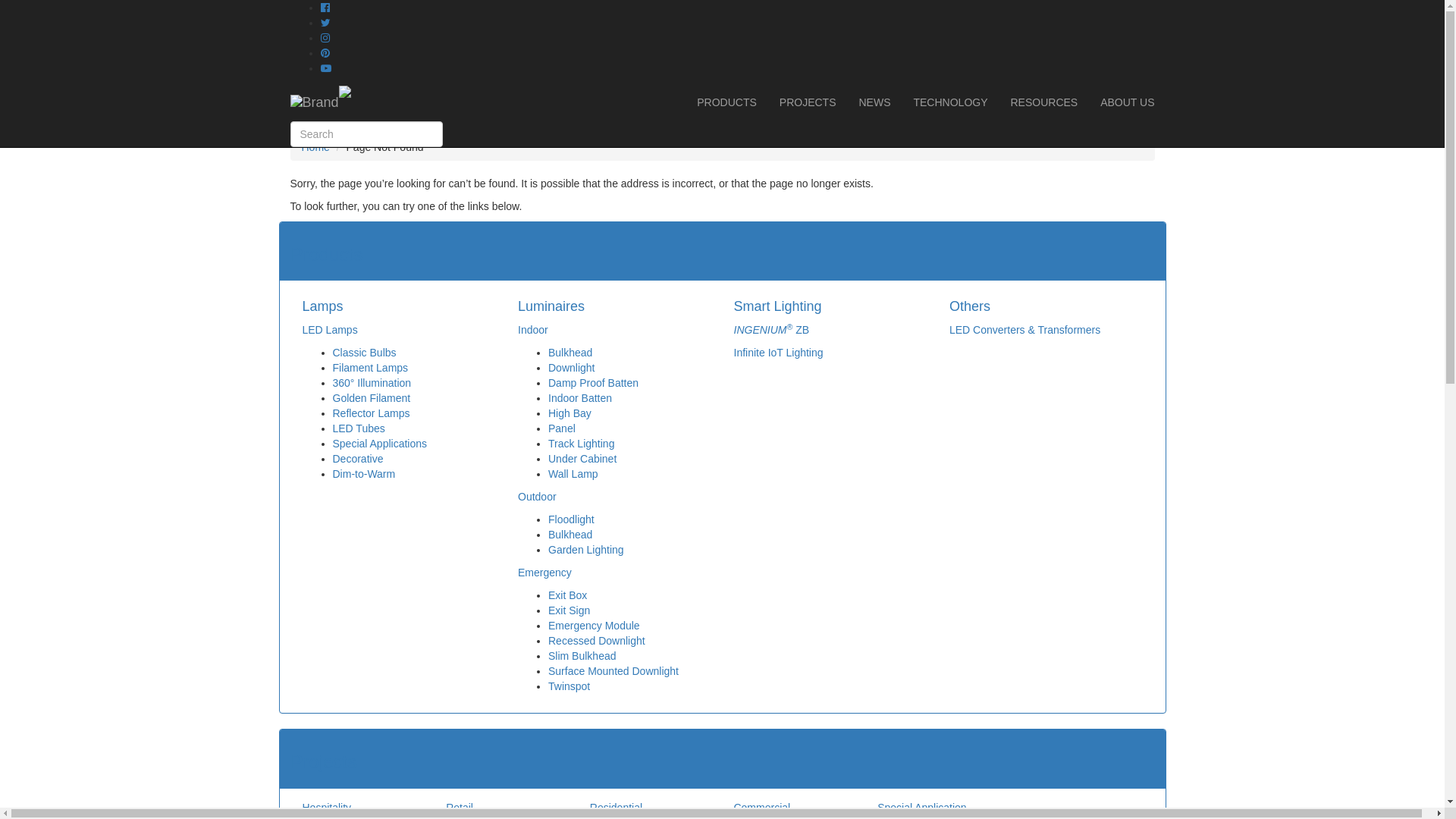 This screenshot has width=1456, height=819. What do you see at coordinates (1127, 102) in the screenshot?
I see `'ABOUT US'` at bounding box center [1127, 102].